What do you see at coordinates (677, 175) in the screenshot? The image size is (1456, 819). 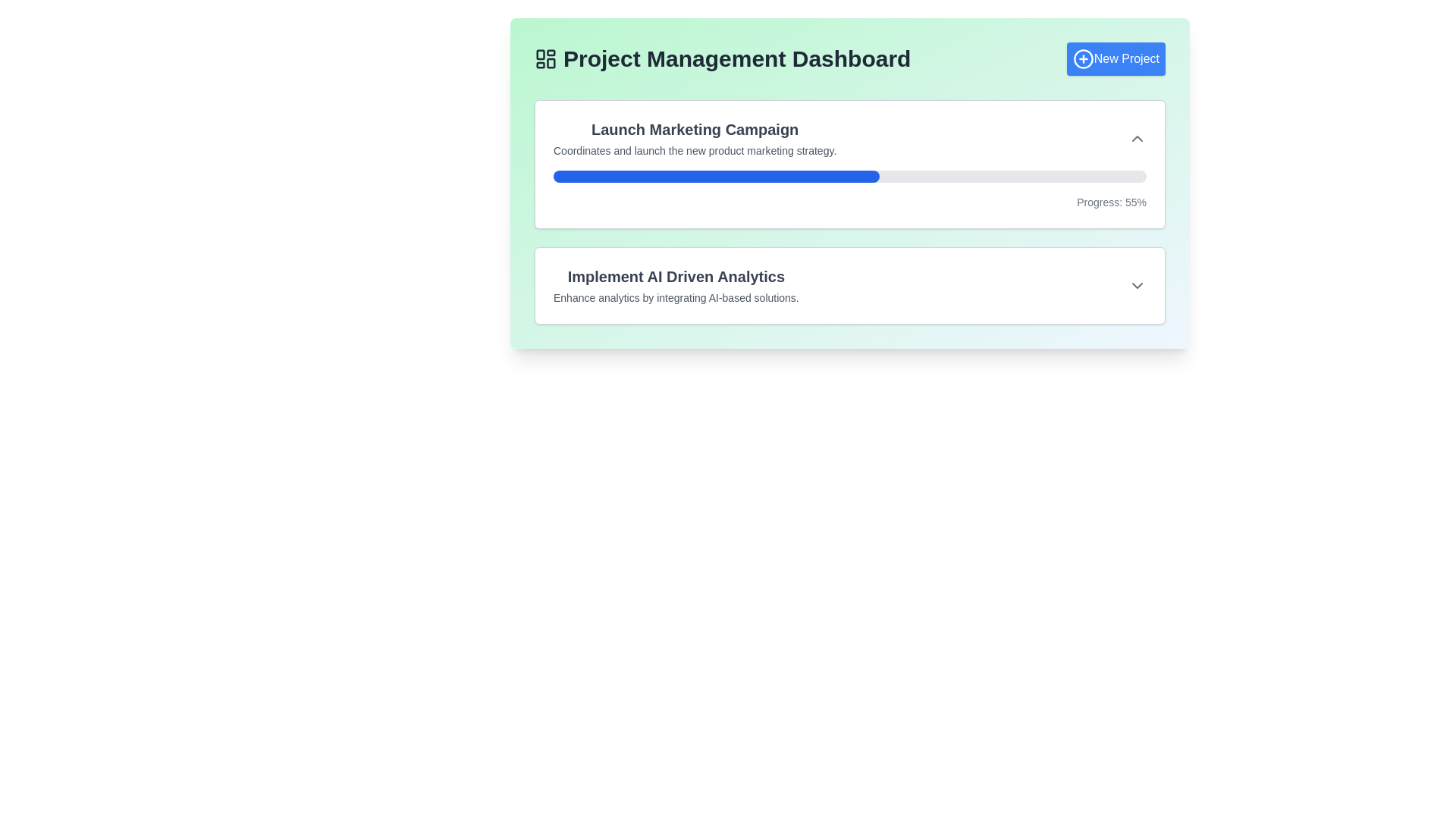 I see `progress` at bounding box center [677, 175].